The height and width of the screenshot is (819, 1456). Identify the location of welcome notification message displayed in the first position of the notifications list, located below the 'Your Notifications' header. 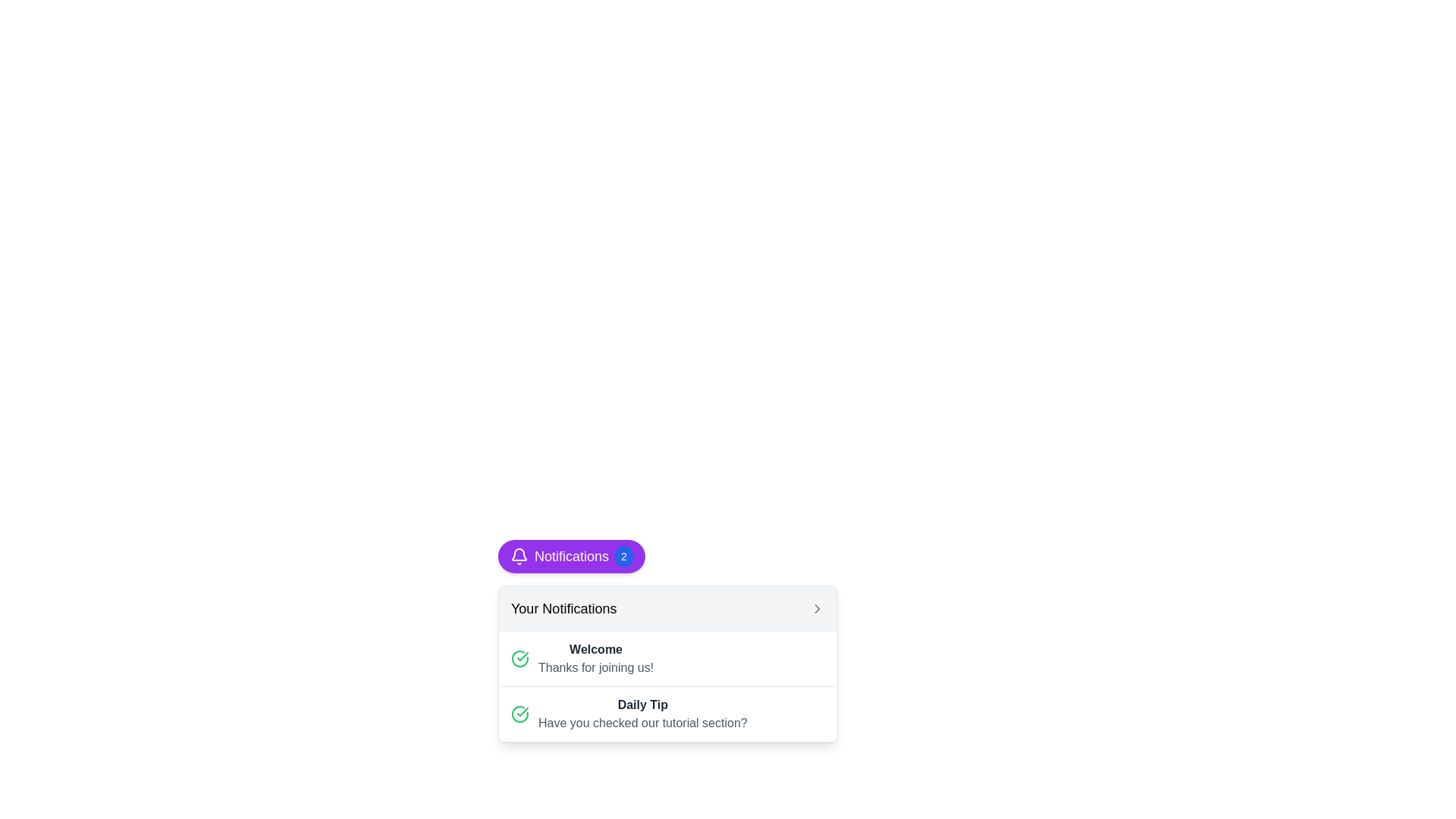
(595, 657).